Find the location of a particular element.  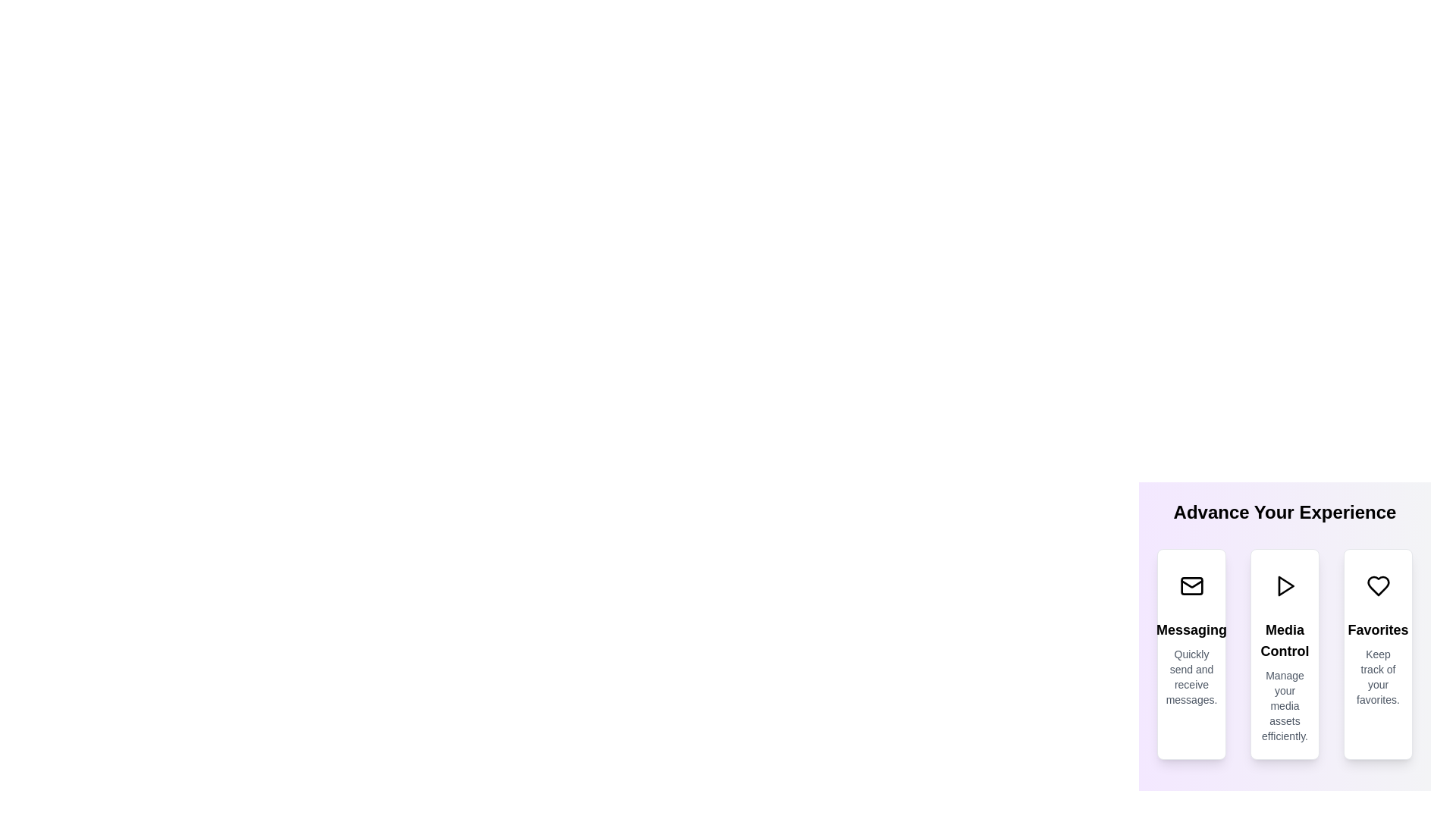

the circular icon button featuring a heart symbol, which is styled with a black outline on a light blue background and located above the text 'Favorites' and 'Keep track of your favorites.' is located at coordinates (1378, 585).